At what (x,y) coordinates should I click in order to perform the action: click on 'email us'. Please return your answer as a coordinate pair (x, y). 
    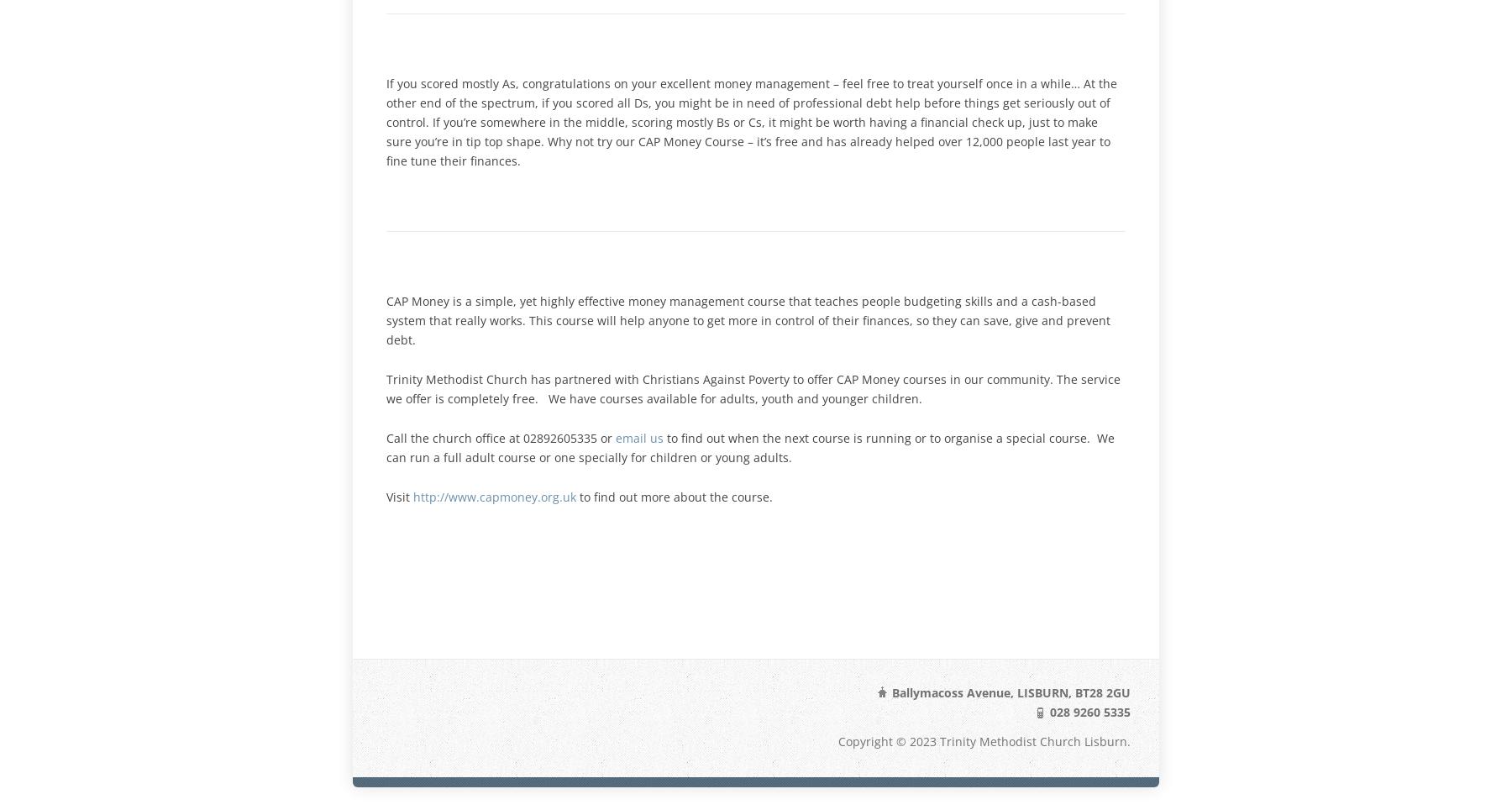
    Looking at the image, I should click on (638, 436).